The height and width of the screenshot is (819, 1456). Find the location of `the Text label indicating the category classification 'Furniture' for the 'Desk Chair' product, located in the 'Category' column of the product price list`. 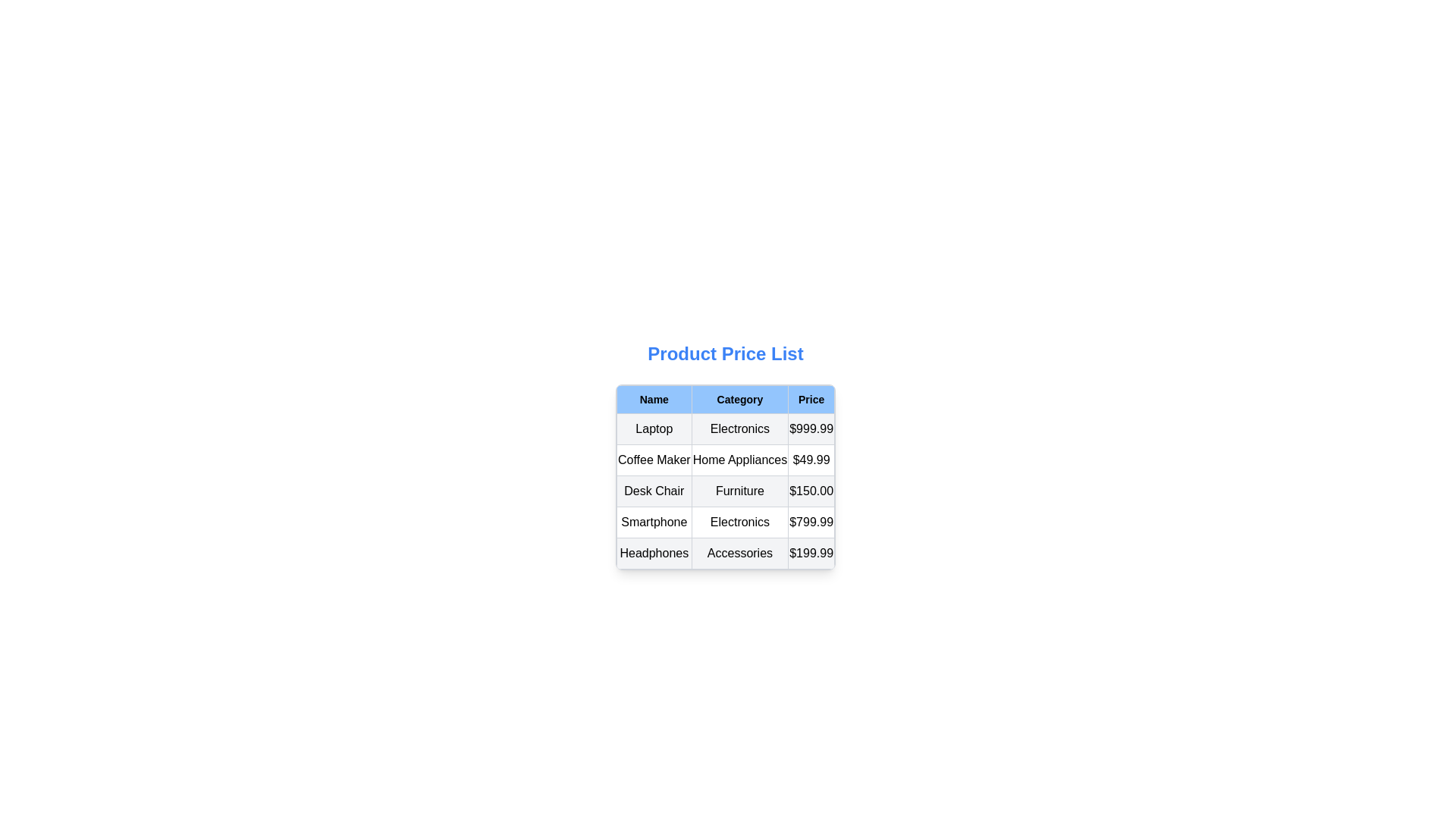

the Text label indicating the category classification 'Furniture' for the 'Desk Chair' product, located in the 'Category' column of the product price list is located at coordinates (739, 491).